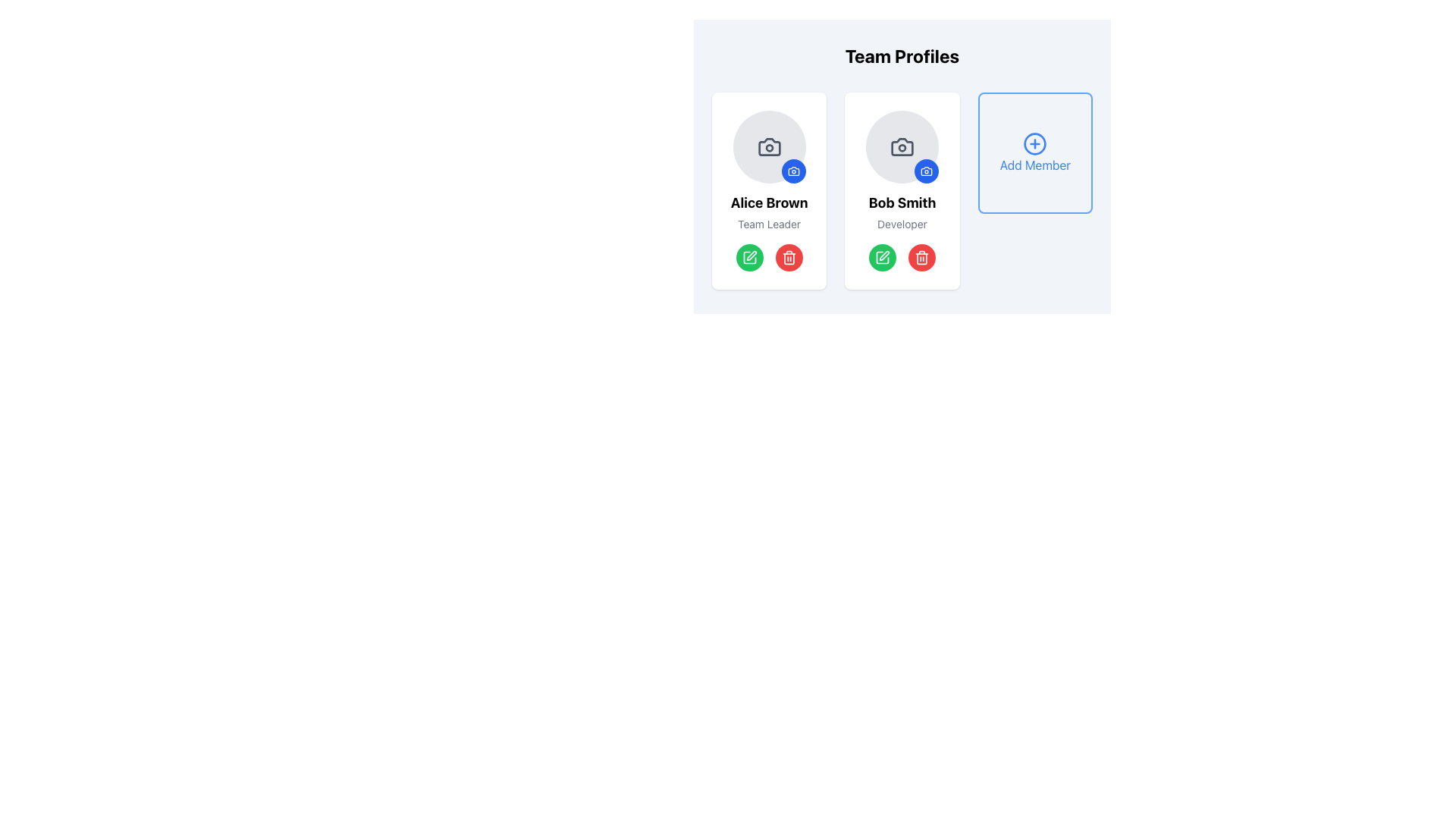 The image size is (1456, 819). Describe the element at coordinates (921, 256) in the screenshot. I see `the delete button located in the bottom-right corner of Bob Smith's profile card` at that location.